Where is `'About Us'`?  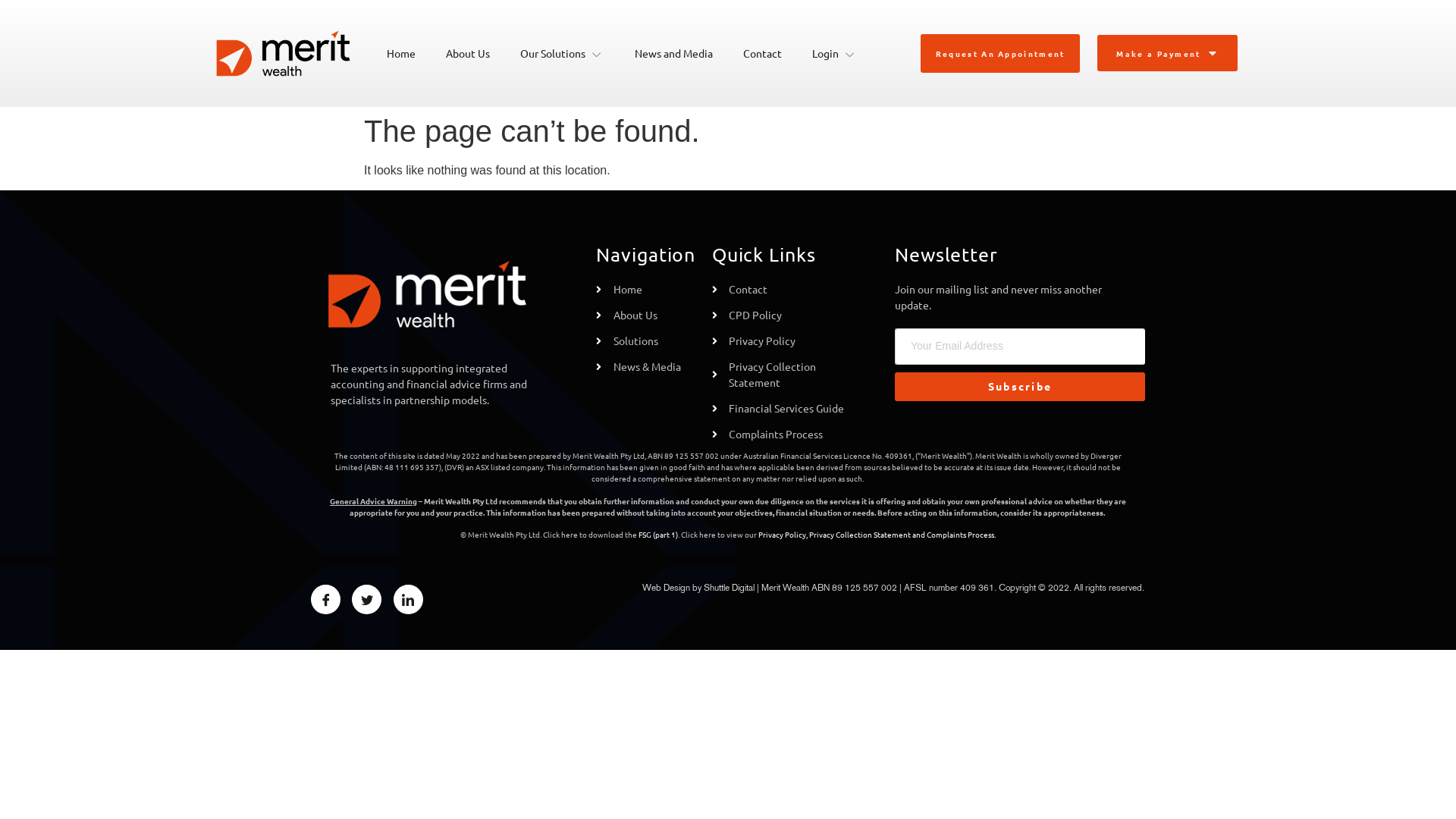 'About Us' is located at coordinates (646, 314).